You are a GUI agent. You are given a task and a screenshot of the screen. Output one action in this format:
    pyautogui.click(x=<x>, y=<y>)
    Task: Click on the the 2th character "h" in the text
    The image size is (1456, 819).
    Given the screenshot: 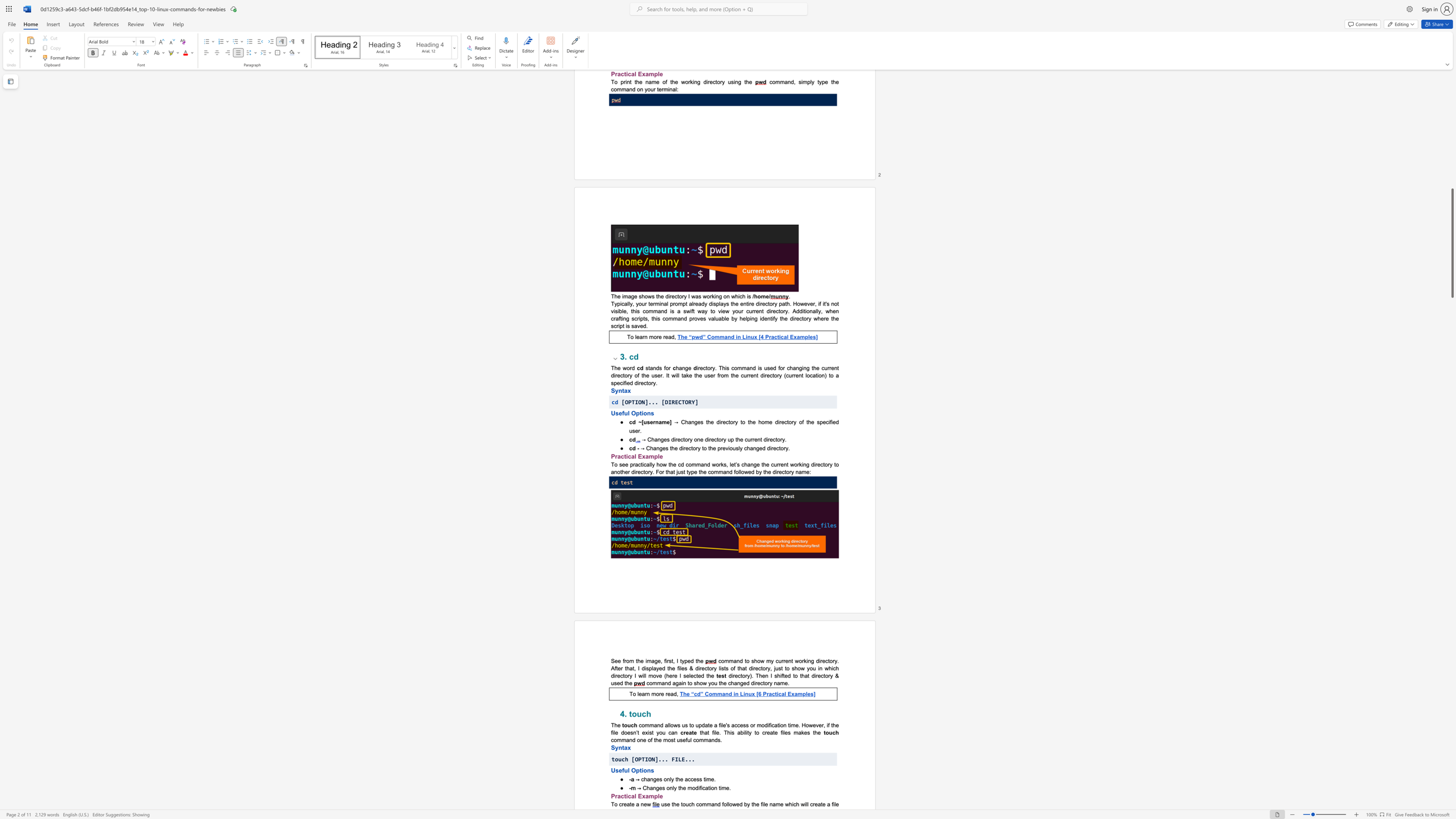 What is the action you would take?
    pyautogui.click(x=721, y=683)
    